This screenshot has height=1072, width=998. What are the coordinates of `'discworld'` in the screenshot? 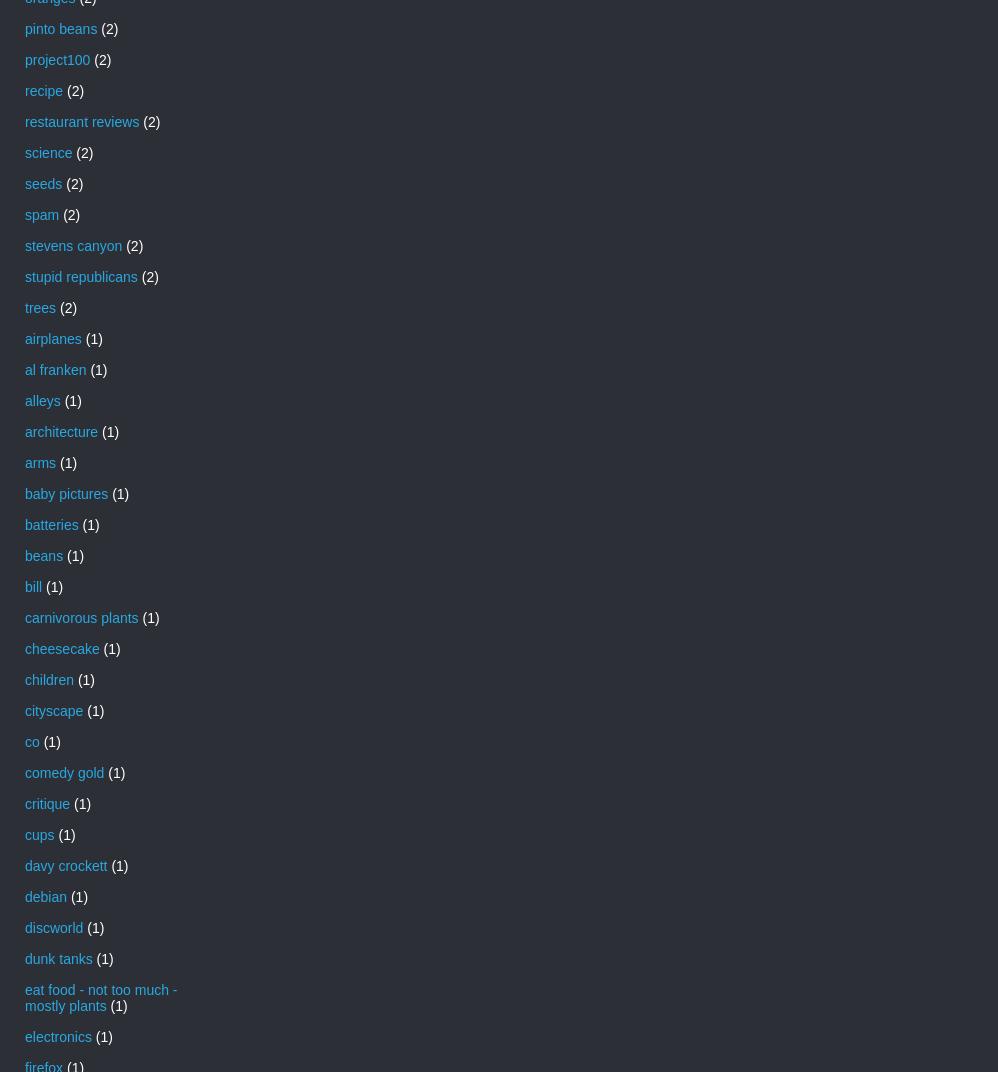 It's located at (25, 926).